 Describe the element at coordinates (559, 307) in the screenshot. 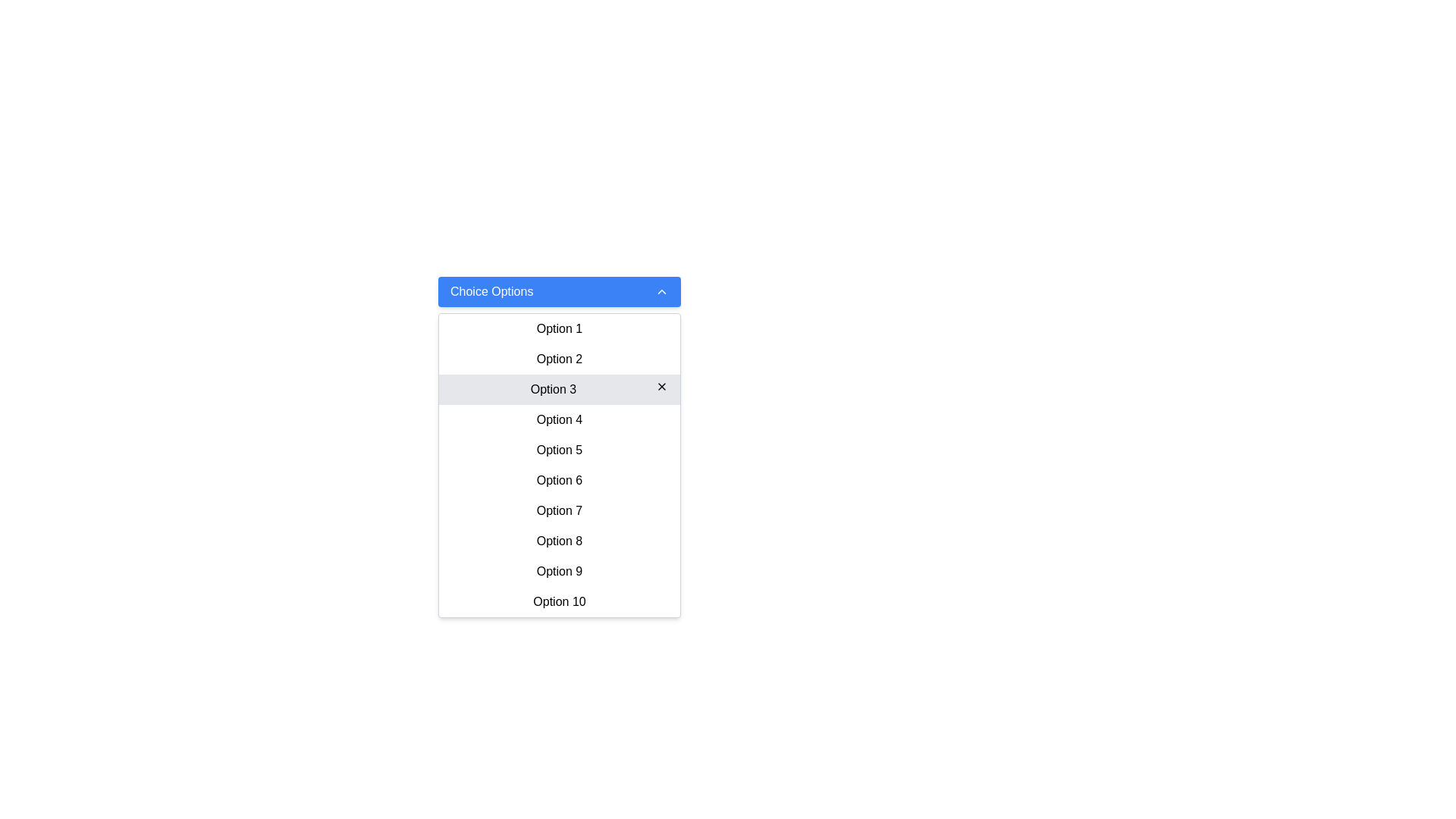

I see `an option in the dropdown menu located near the top-left corner of the menu section` at that location.